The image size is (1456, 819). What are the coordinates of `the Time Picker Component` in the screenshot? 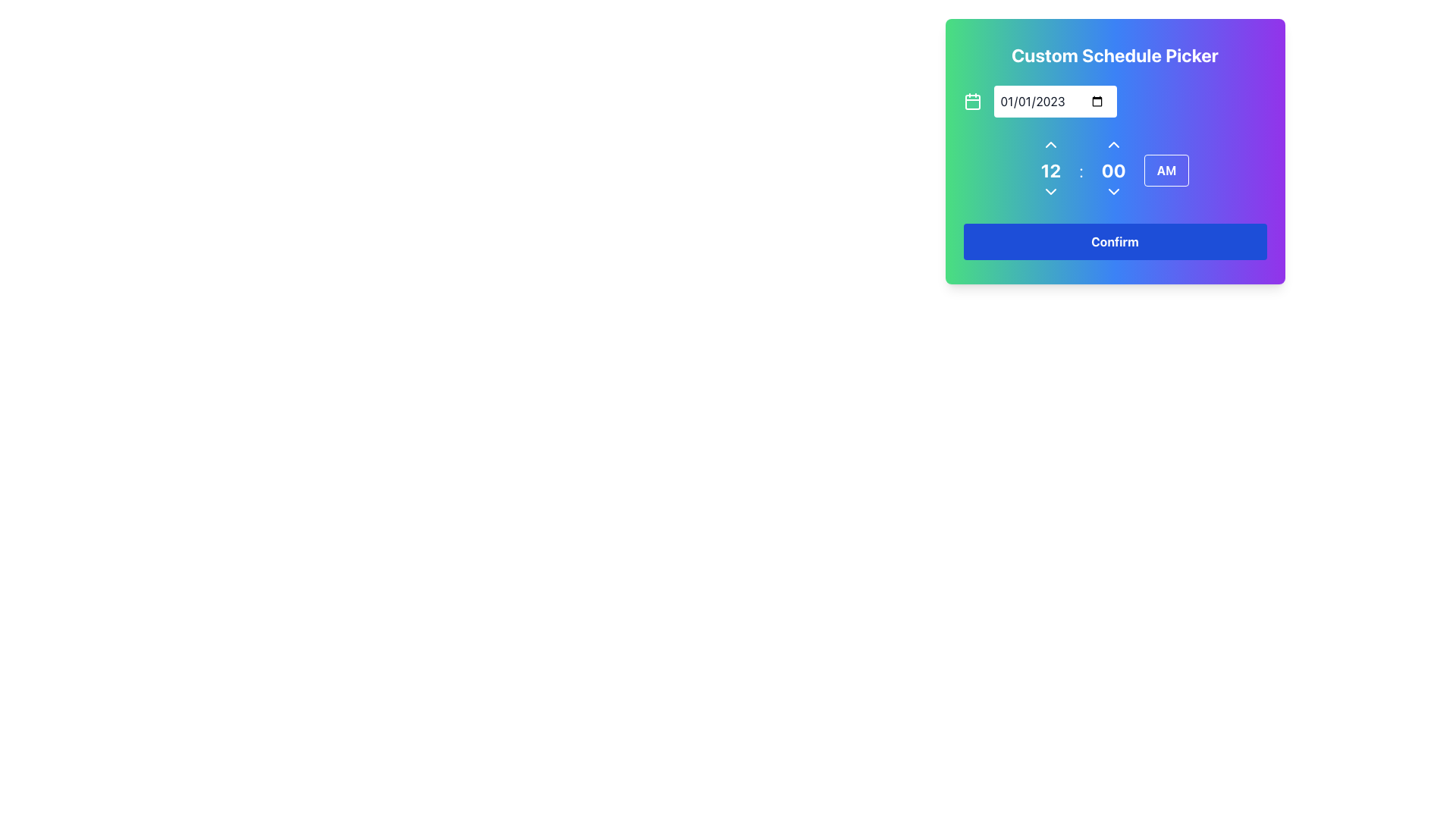 It's located at (1115, 170).